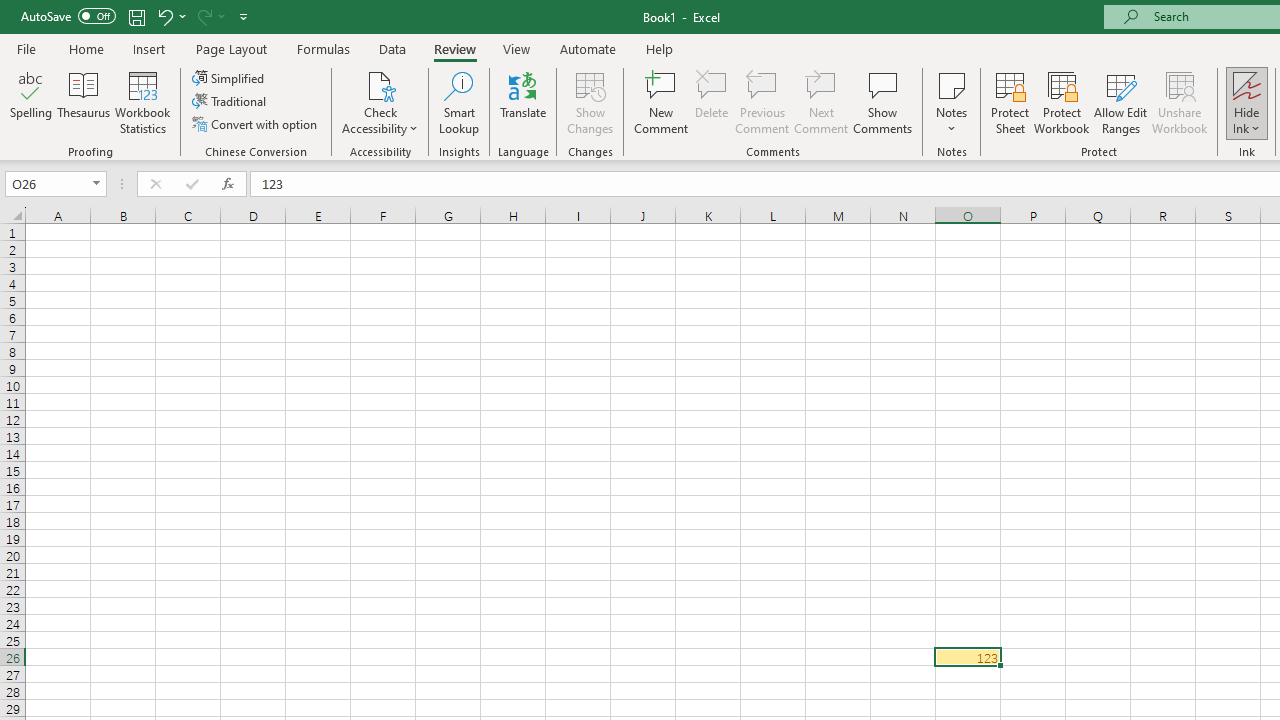 This screenshot has height=720, width=1280. Describe the element at coordinates (255, 124) in the screenshot. I see `'Convert with option'` at that location.